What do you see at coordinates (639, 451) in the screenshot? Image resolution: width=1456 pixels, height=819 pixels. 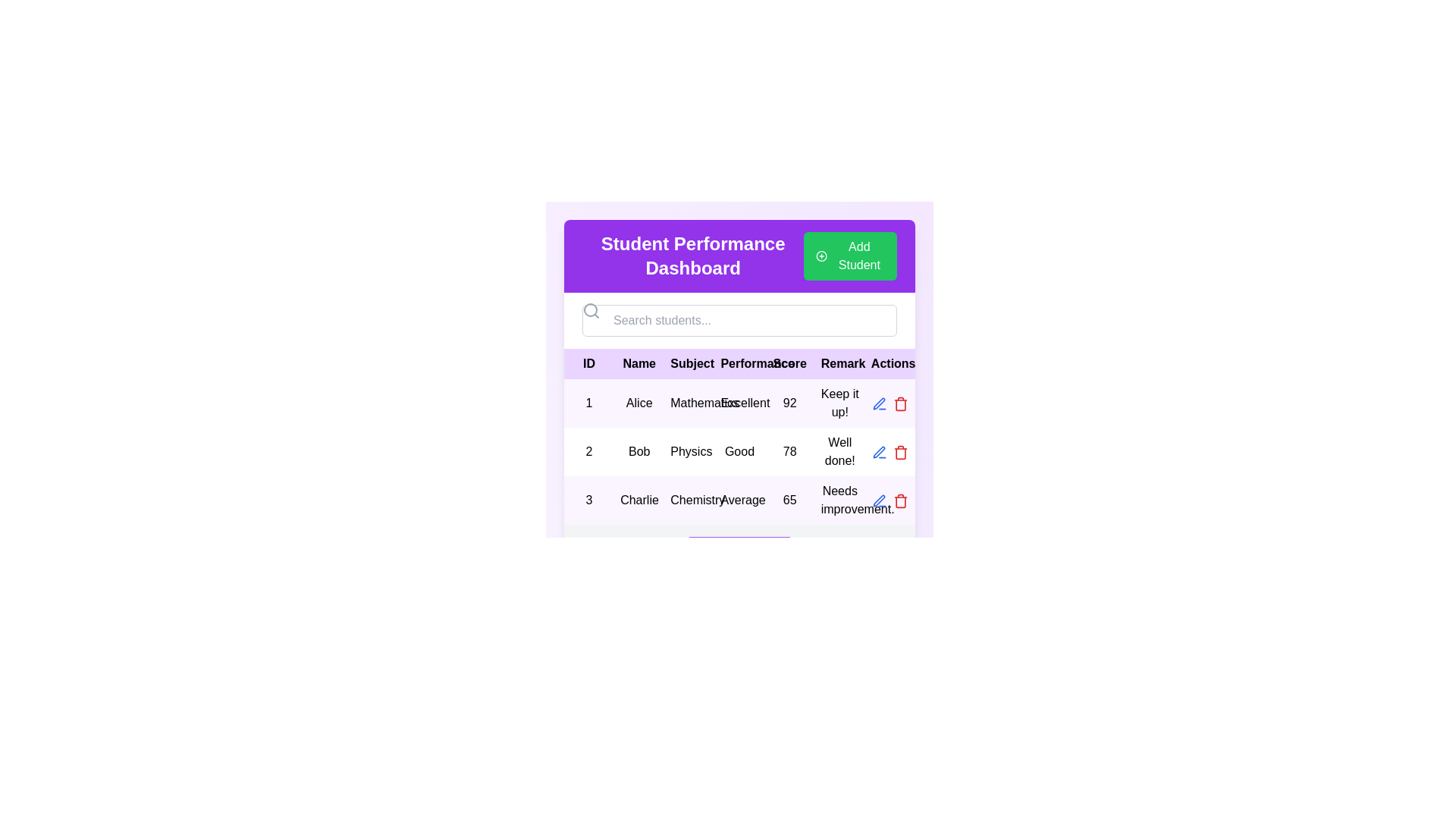 I see `the text label displaying 'Bob' in the second data row of the table under the 'Name' column, which is located between the 'ID' and 'Subject' columns` at bounding box center [639, 451].